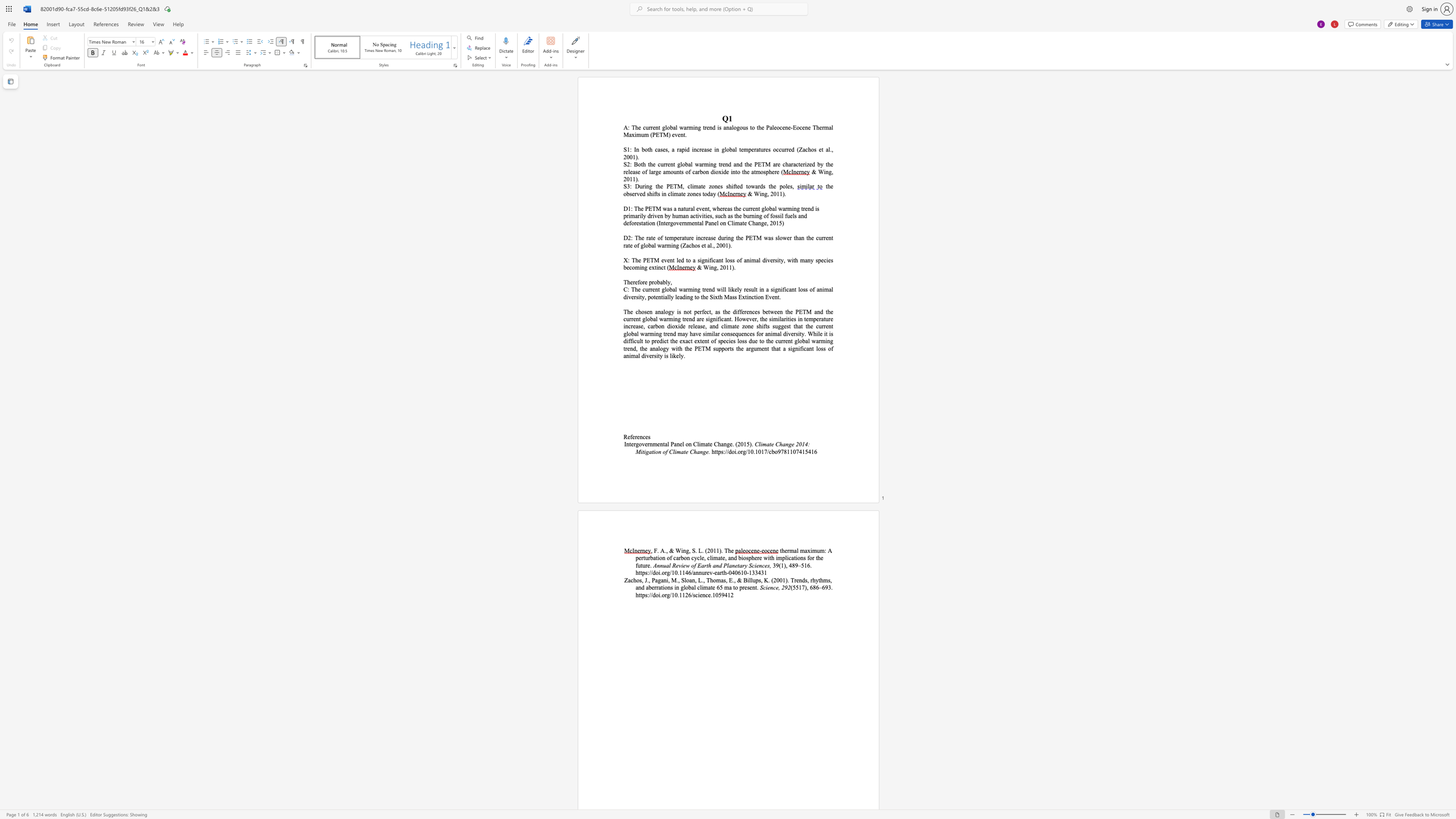 The height and width of the screenshot is (819, 1456). What do you see at coordinates (678, 193) in the screenshot?
I see `the subset text "ate zones t" within the text "the observed shifts in climate zones today ("` at bounding box center [678, 193].